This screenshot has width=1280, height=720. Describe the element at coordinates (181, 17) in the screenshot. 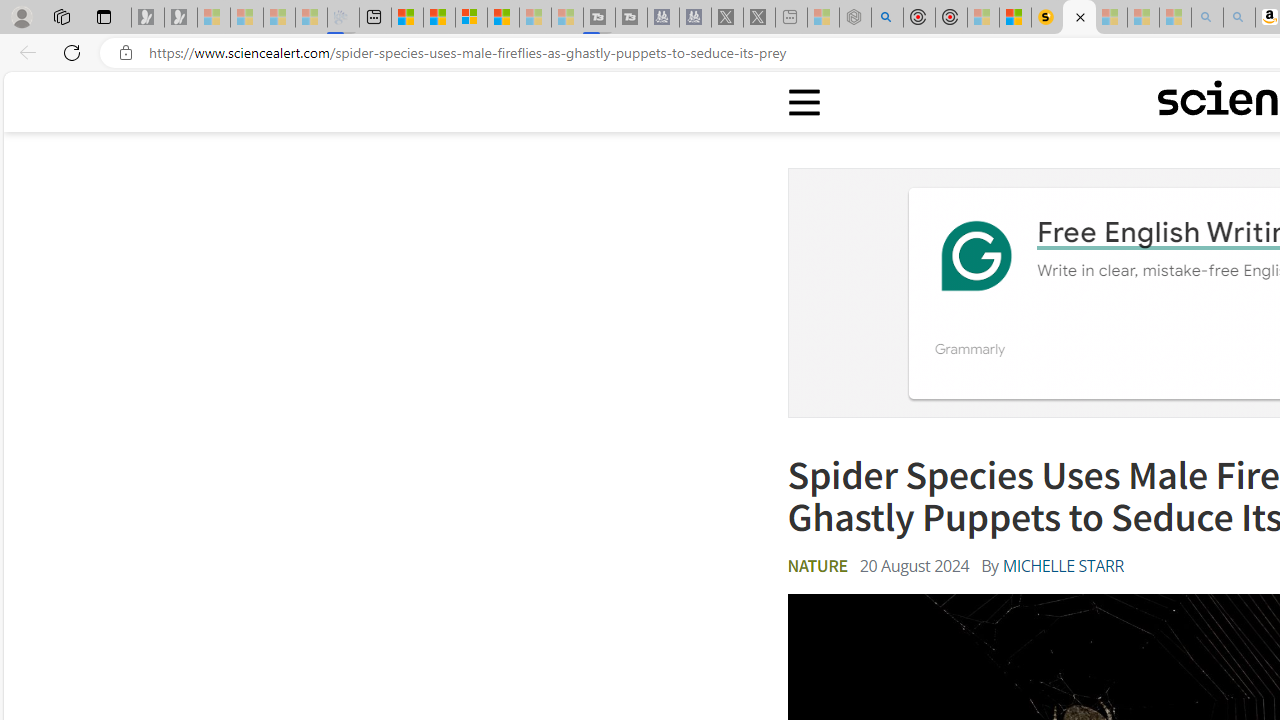

I see `'Newsletter Sign Up - Sleeping'` at that location.